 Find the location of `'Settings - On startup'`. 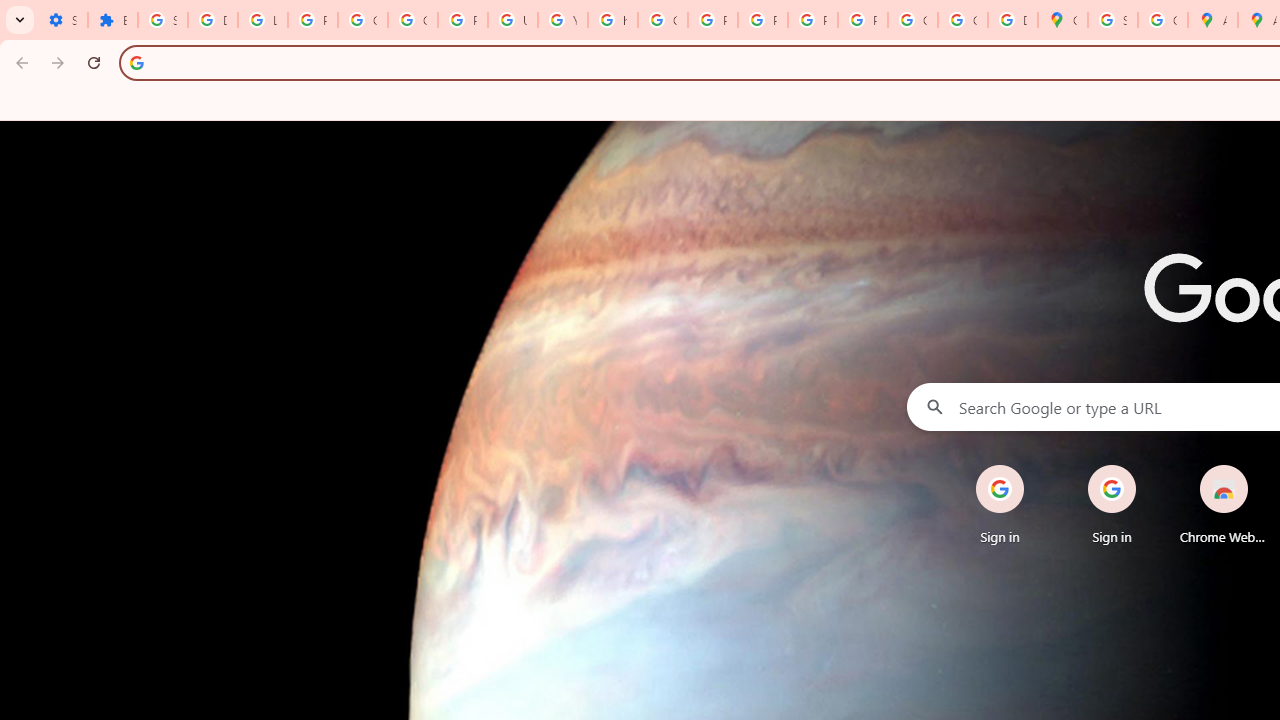

'Settings - On startup' is located at coordinates (62, 20).